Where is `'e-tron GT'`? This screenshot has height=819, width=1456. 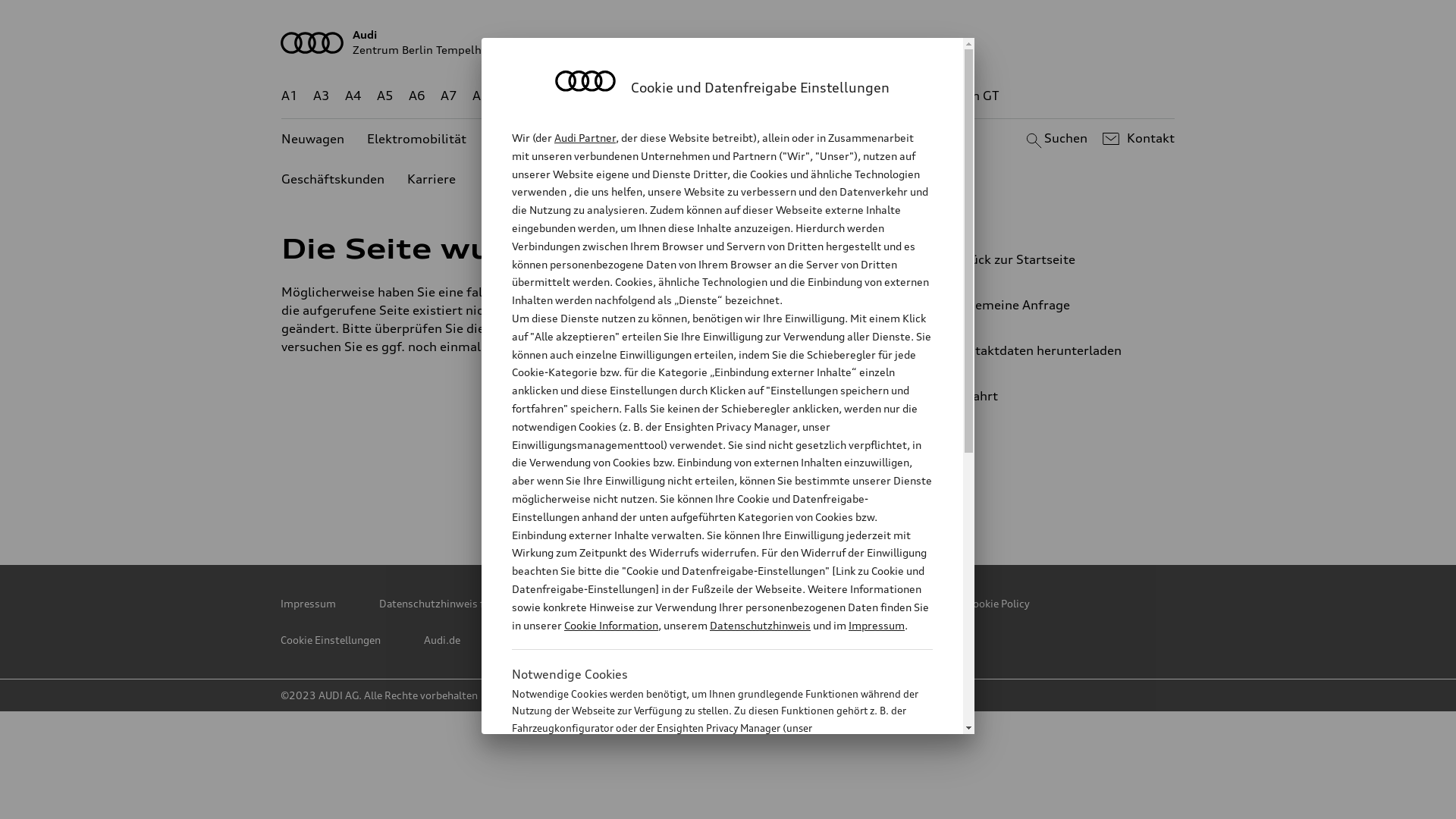
'e-tron GT' is located at coordinates (971, 96).